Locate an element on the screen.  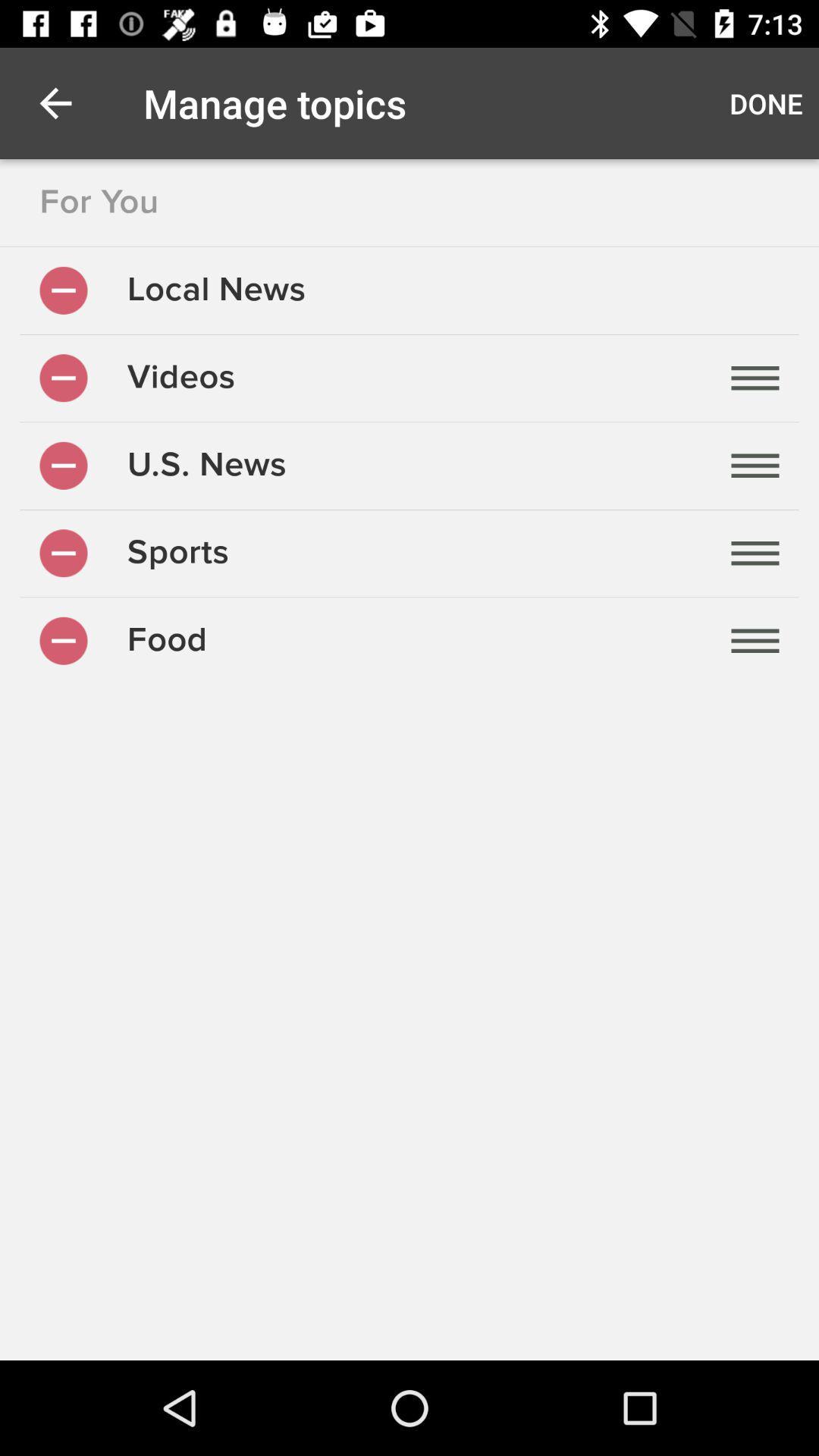
the icon to the left of manage topics is located at coordinates (55, 102).